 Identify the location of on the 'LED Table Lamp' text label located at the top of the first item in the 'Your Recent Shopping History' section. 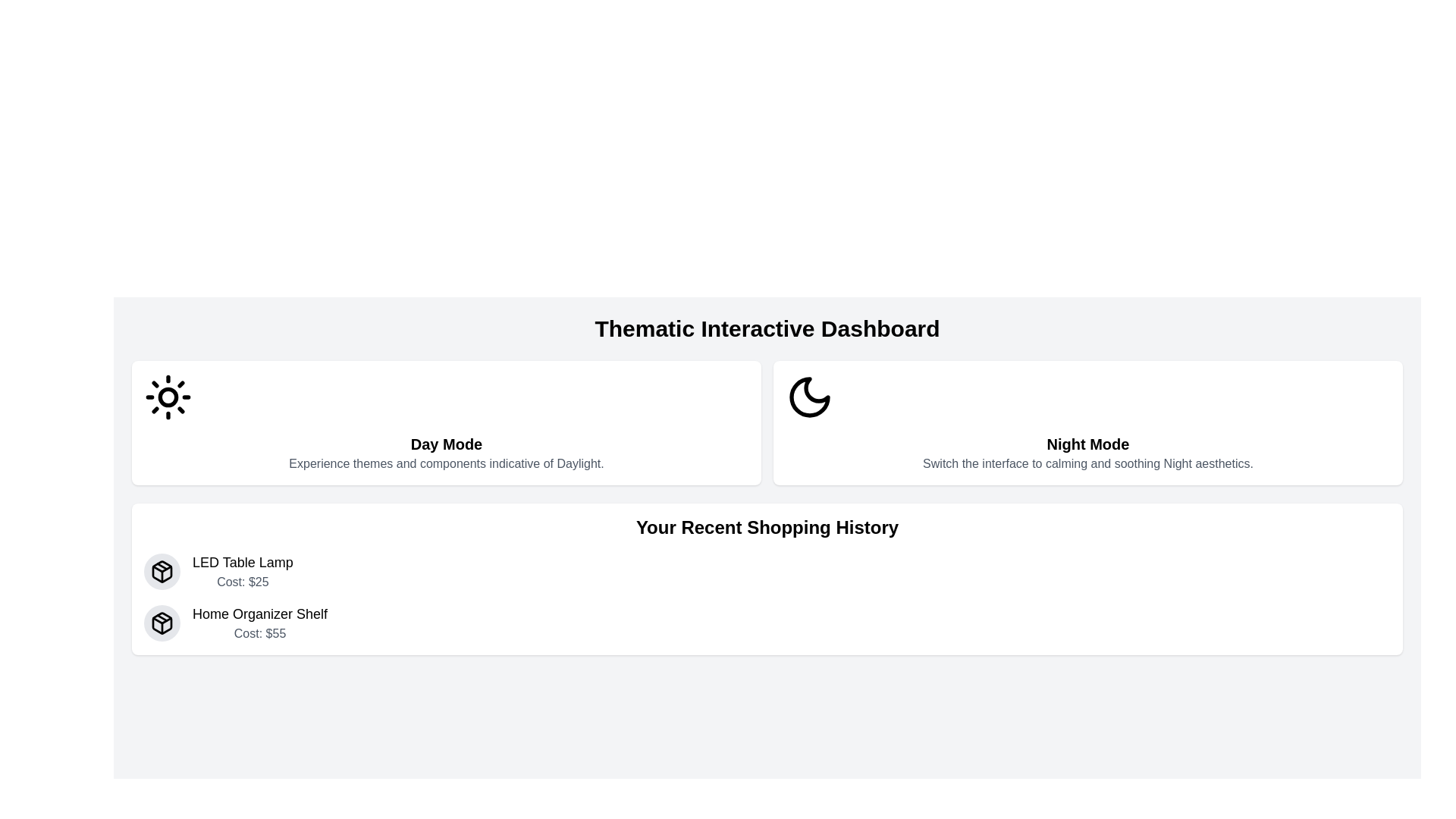
(243, 562).